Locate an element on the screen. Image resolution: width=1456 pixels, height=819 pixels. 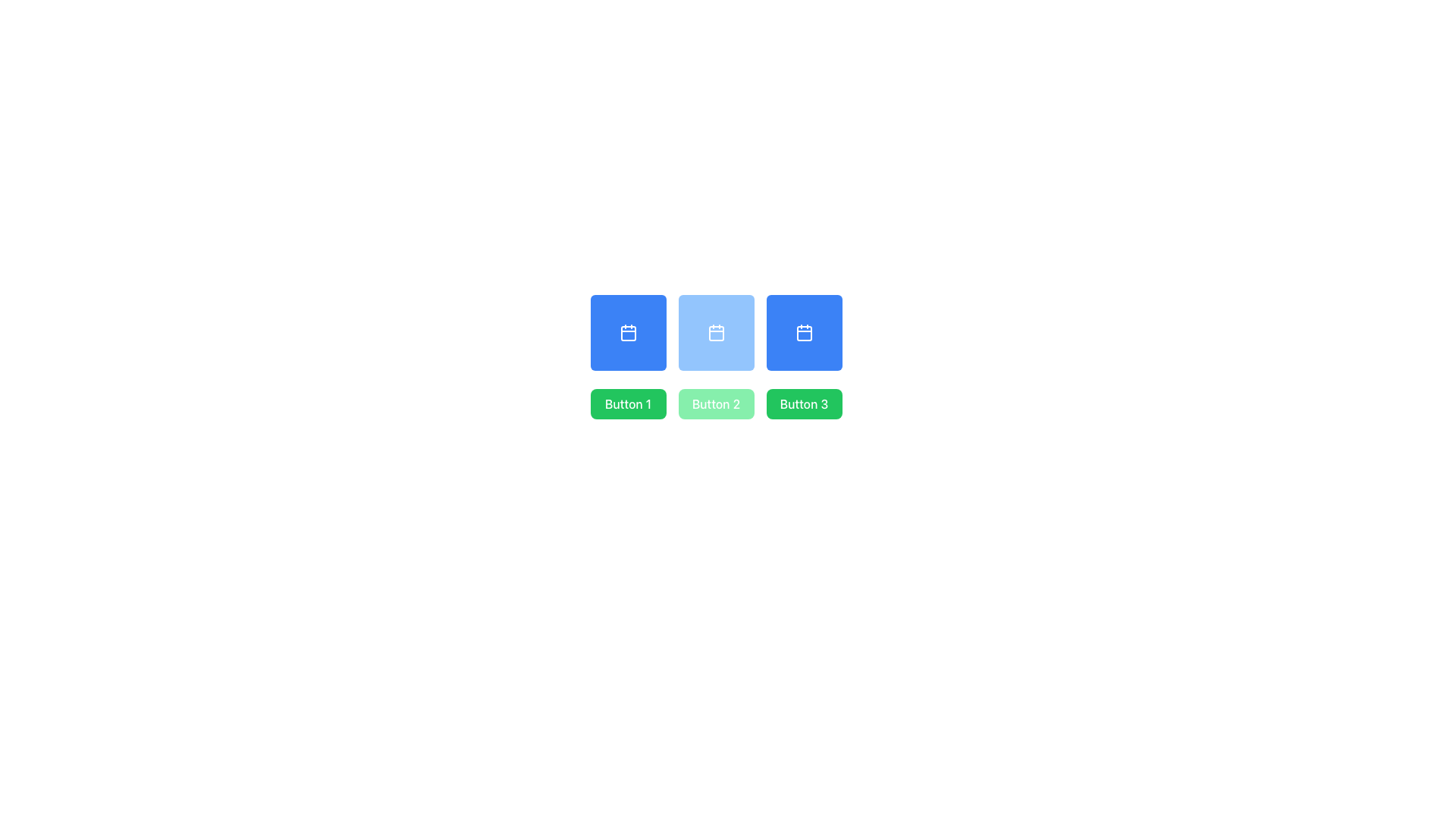
the white-stroked rounded rectangle located centrally within the blue calendar icon, which is positioned above the green button labeled 'Button 3' is located at coordinates (803, 332).